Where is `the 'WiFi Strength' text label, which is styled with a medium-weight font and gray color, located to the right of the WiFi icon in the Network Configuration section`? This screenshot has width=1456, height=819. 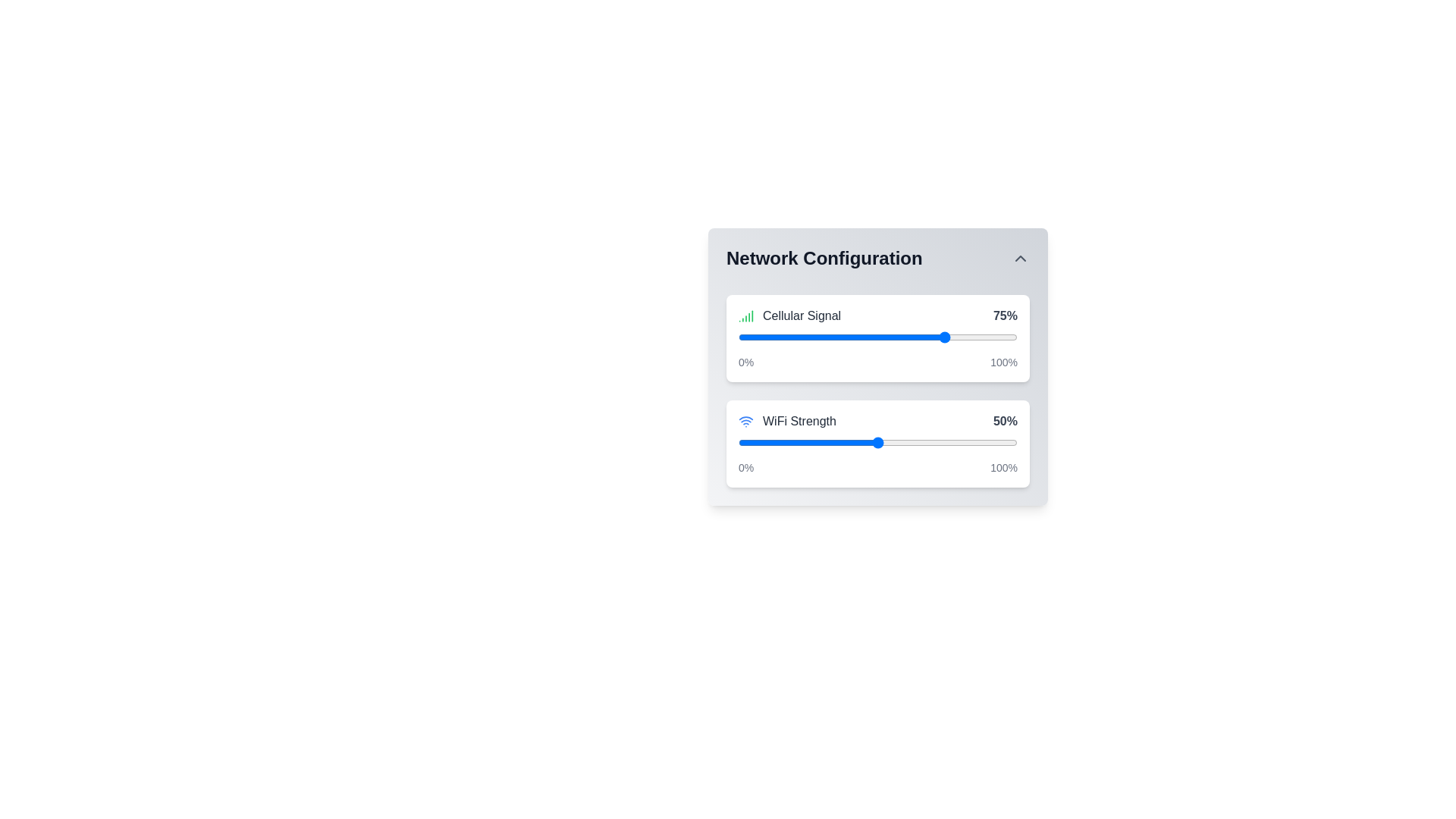 the 'WiFi Strength' text label, which is styled with a medium-weight font and gray color, located to the right of the WiFi icon in the Network Configuration section is located at coordinates (799, 421).